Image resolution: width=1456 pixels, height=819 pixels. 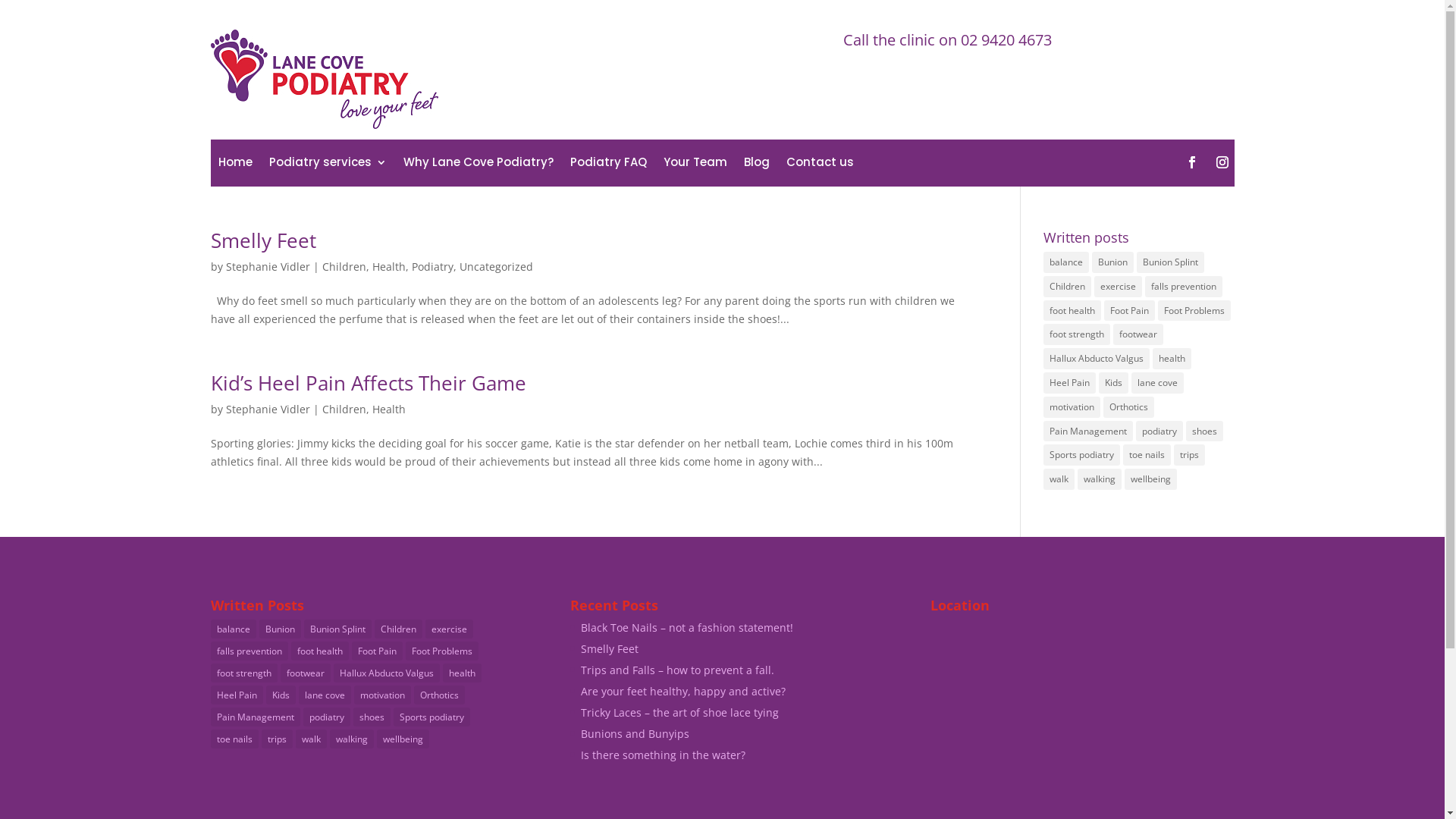 What do you see at coordinates (1150, 479) in the screenshot?
I see `'wellbeing'` at bounding box center [1150, 479].